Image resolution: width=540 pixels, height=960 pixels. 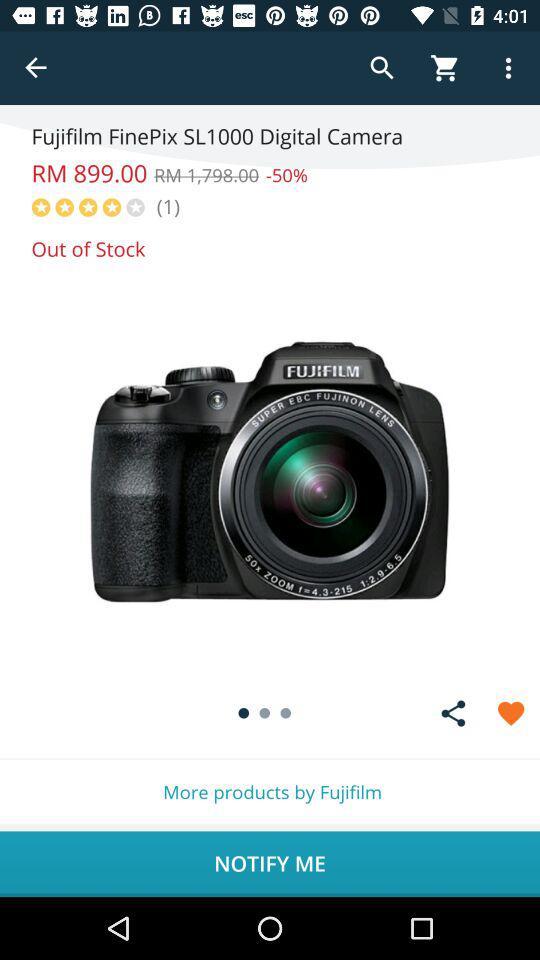 I want to click on images of the item, so click(x=270, y=472).